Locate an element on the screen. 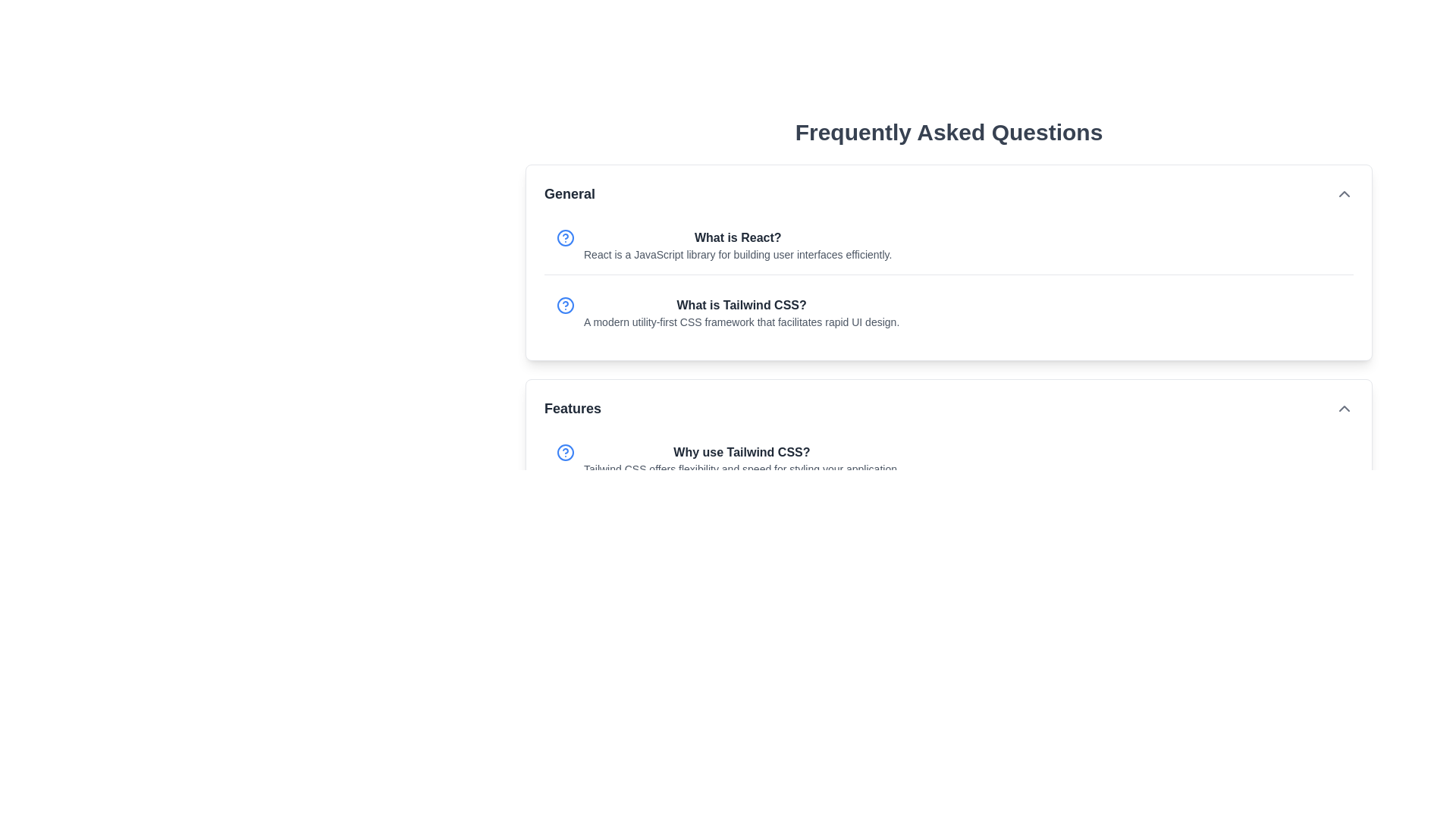  descriptive answer text located under the question 'What is Tailwind CSS?' in the General FAQ section is located at coordinates (742, 321).